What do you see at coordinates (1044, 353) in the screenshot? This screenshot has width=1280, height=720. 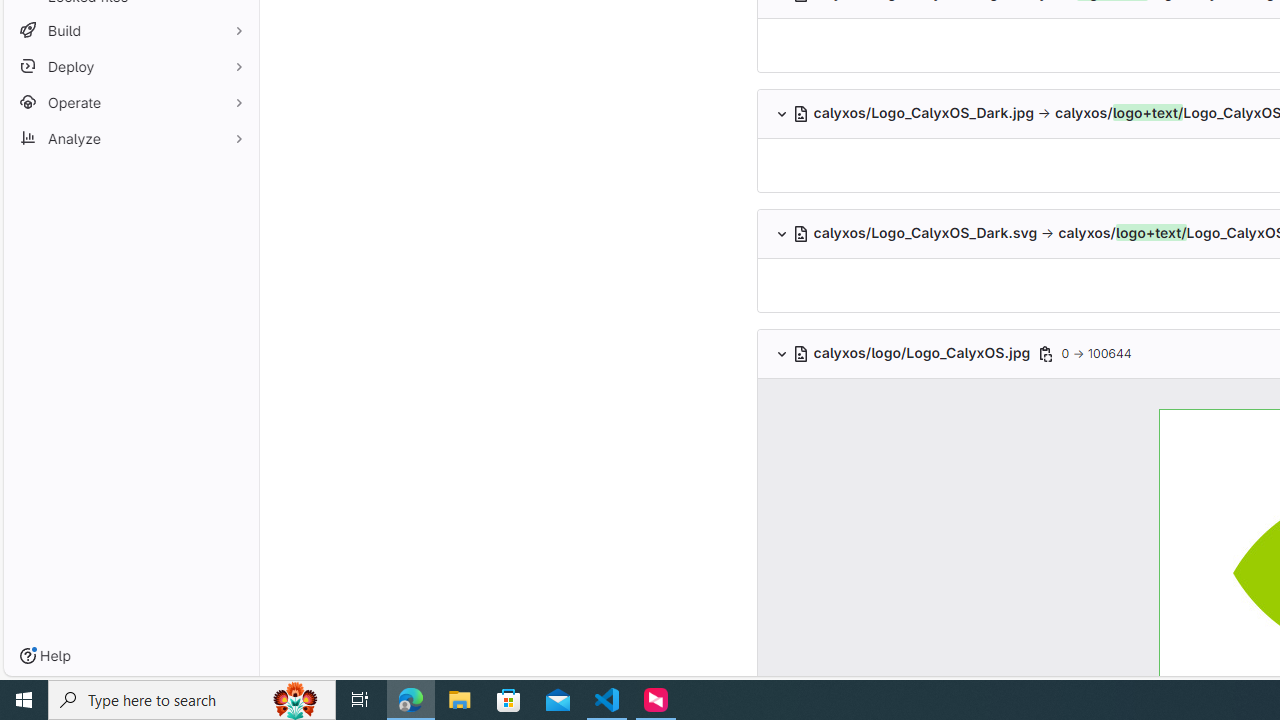 I see `'Copy file path'` at bounding box center [1044, 353].